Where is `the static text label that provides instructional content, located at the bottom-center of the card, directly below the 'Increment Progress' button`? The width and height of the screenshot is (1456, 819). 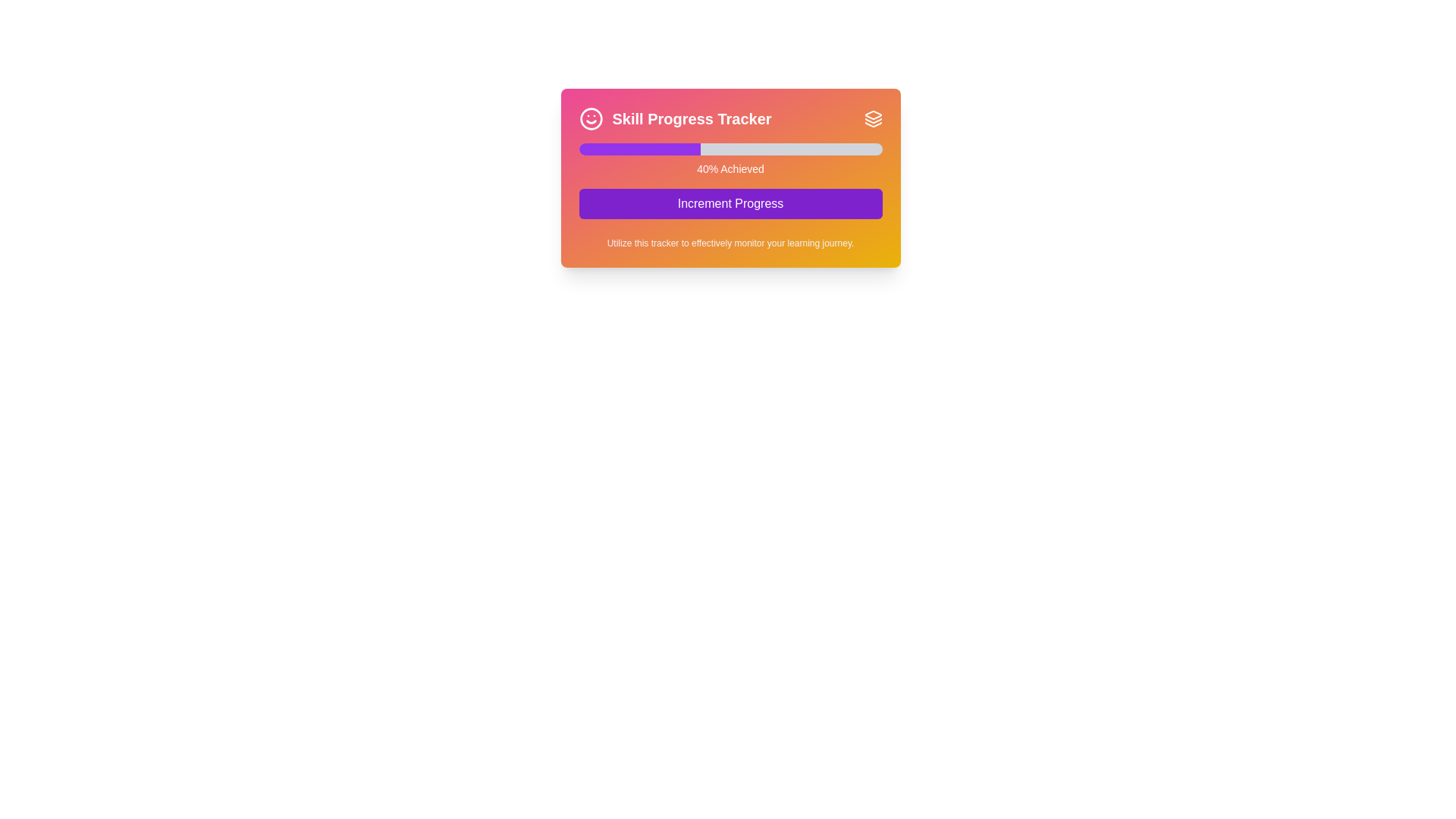
the static text label that provides instructional content, located at the bottom-center of the card, directly below the 'Increment Progress' button is located at coordinates (730, 242).